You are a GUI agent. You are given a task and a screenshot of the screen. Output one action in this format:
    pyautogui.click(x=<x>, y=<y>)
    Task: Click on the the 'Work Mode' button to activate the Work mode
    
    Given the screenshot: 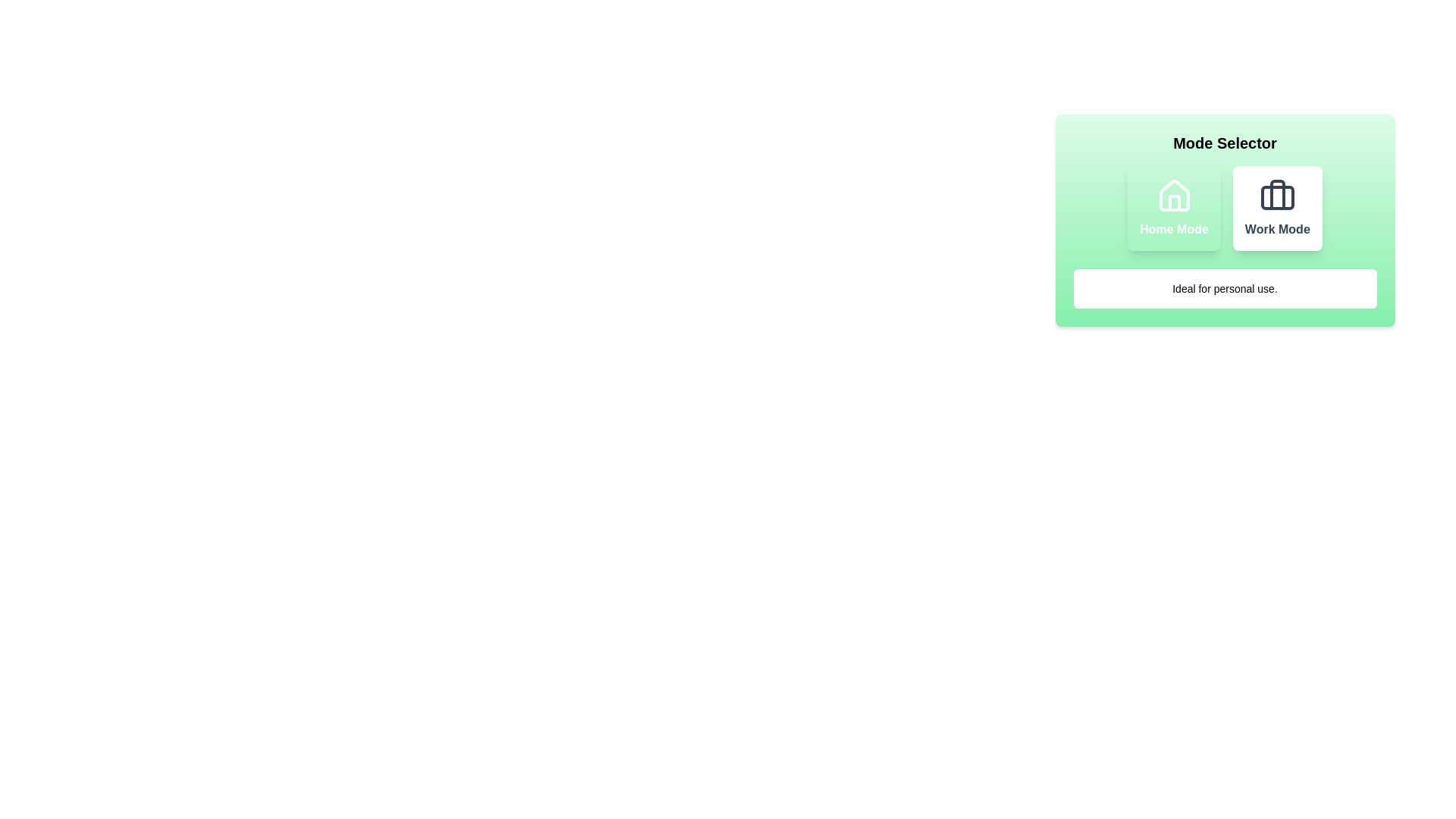 What is the action you would take?
    pyautogui.click(x=1276, y=208)
    